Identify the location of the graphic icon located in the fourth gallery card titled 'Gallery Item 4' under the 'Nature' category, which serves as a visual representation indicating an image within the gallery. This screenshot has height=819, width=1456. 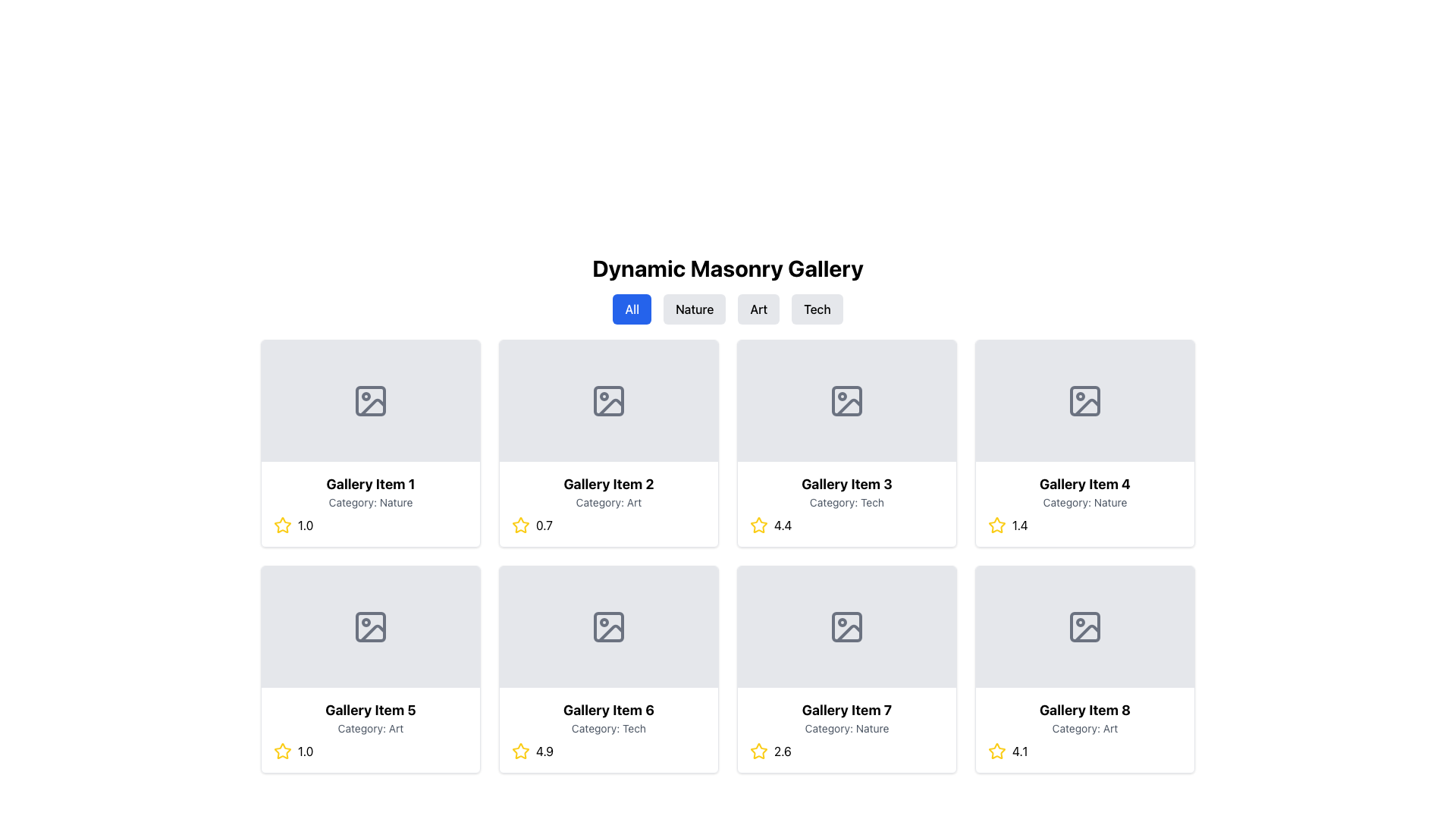
(1084, 400).